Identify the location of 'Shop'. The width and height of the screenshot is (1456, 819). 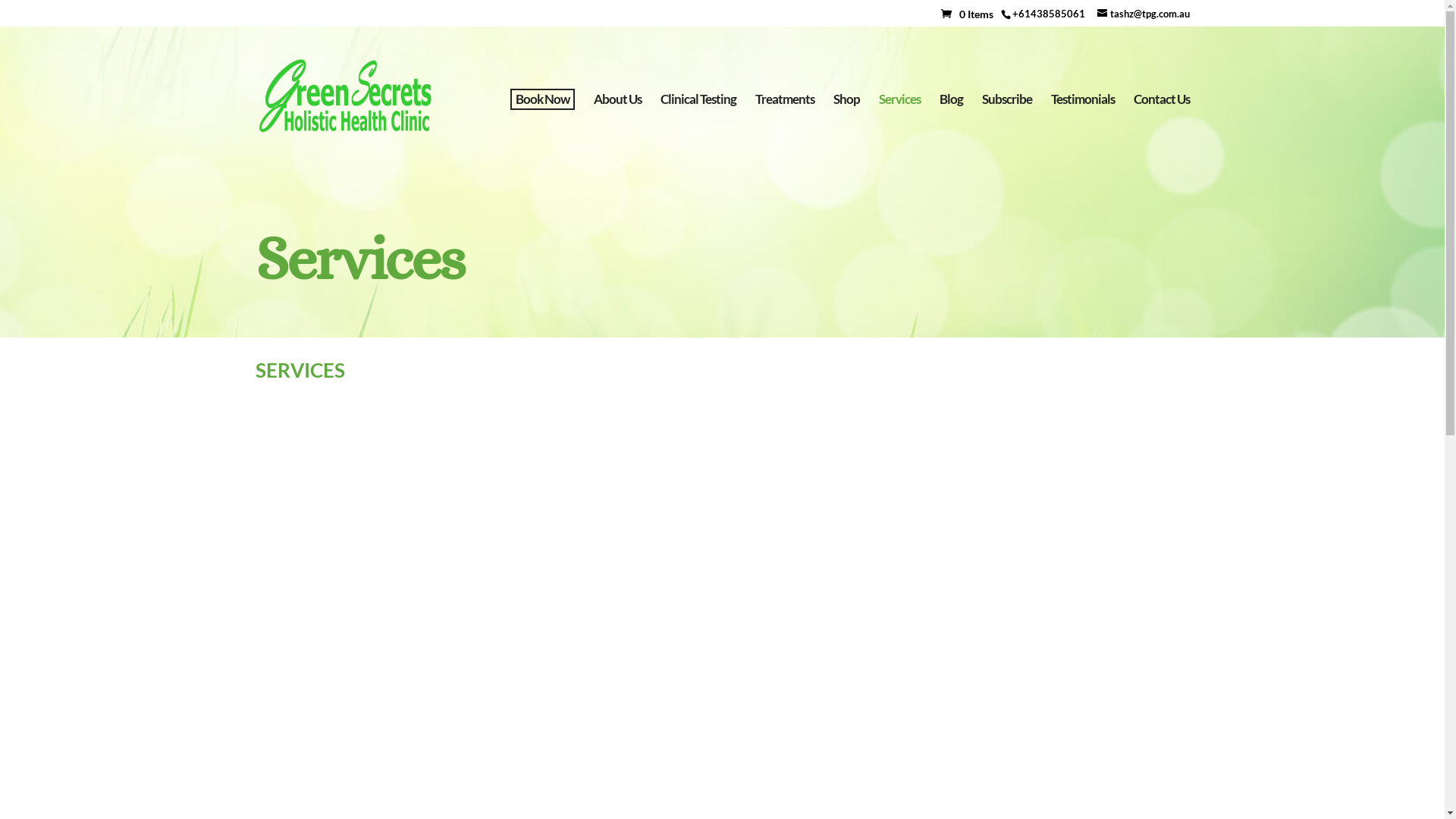
(845, 130).